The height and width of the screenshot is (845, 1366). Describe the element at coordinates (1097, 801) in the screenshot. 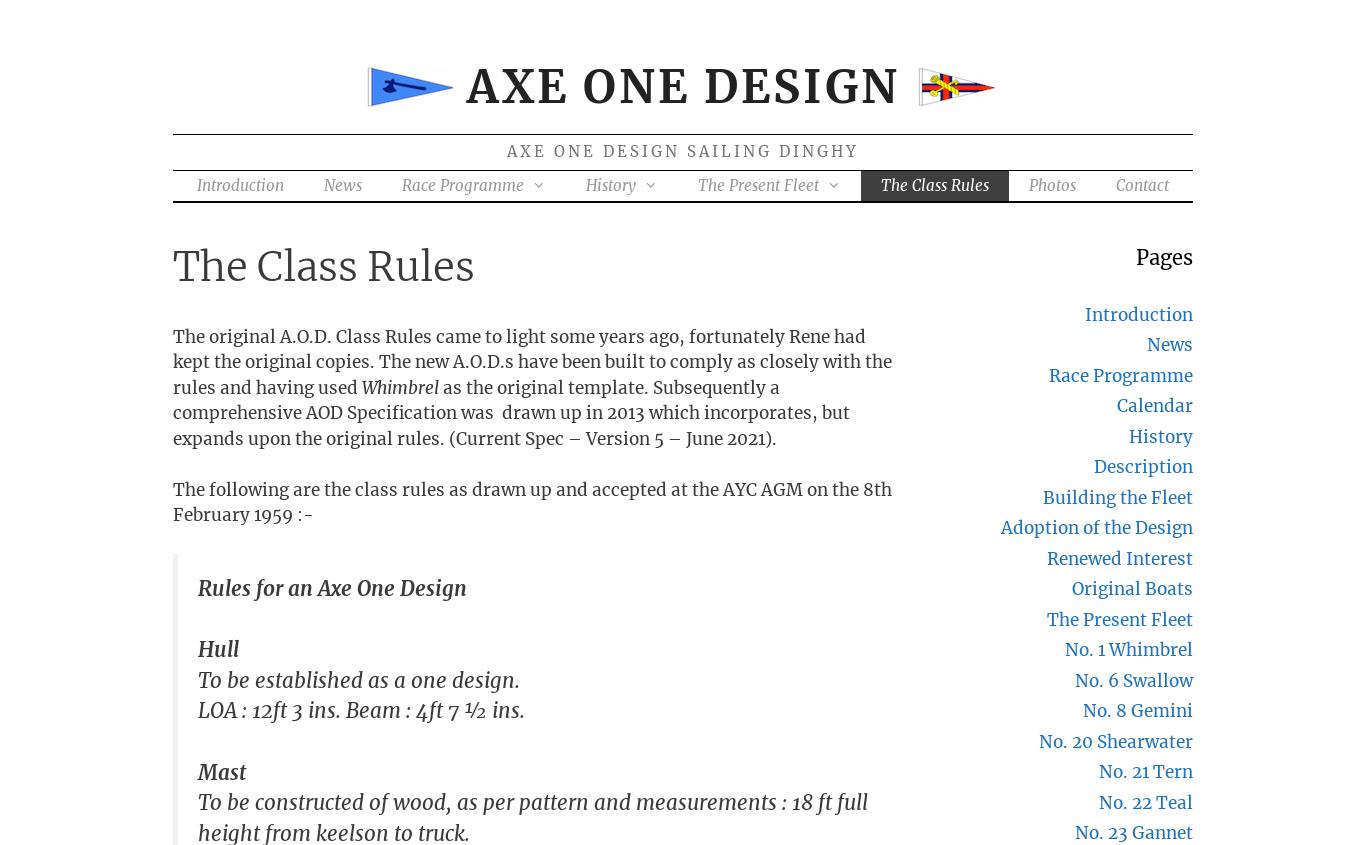

I see `'No. 22 Teal'` at that location.